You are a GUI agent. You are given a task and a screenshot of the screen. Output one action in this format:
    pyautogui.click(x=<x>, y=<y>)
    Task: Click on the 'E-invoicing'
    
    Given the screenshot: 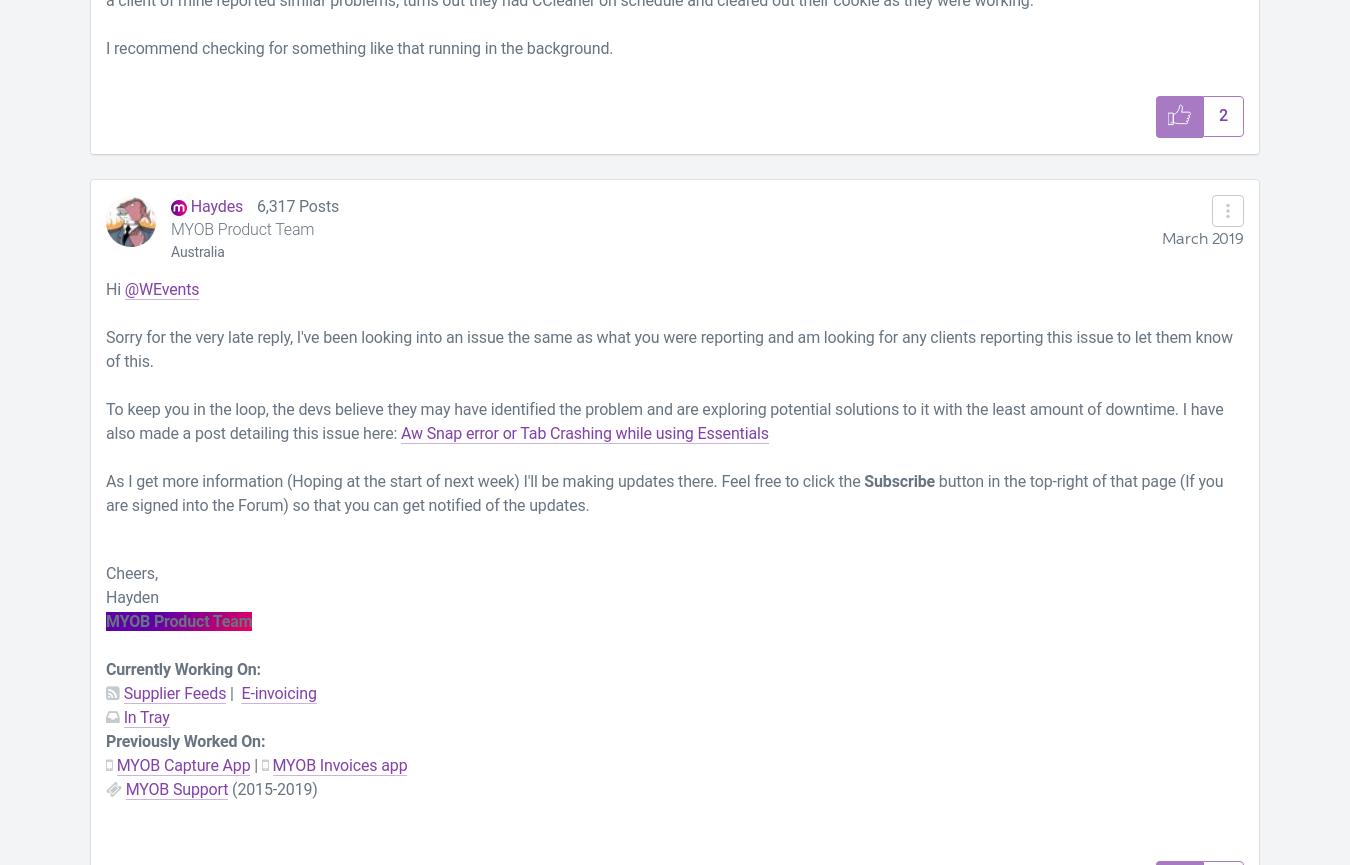 What is the action you would take?
    pyautogui.click(x=277, y=692)
    